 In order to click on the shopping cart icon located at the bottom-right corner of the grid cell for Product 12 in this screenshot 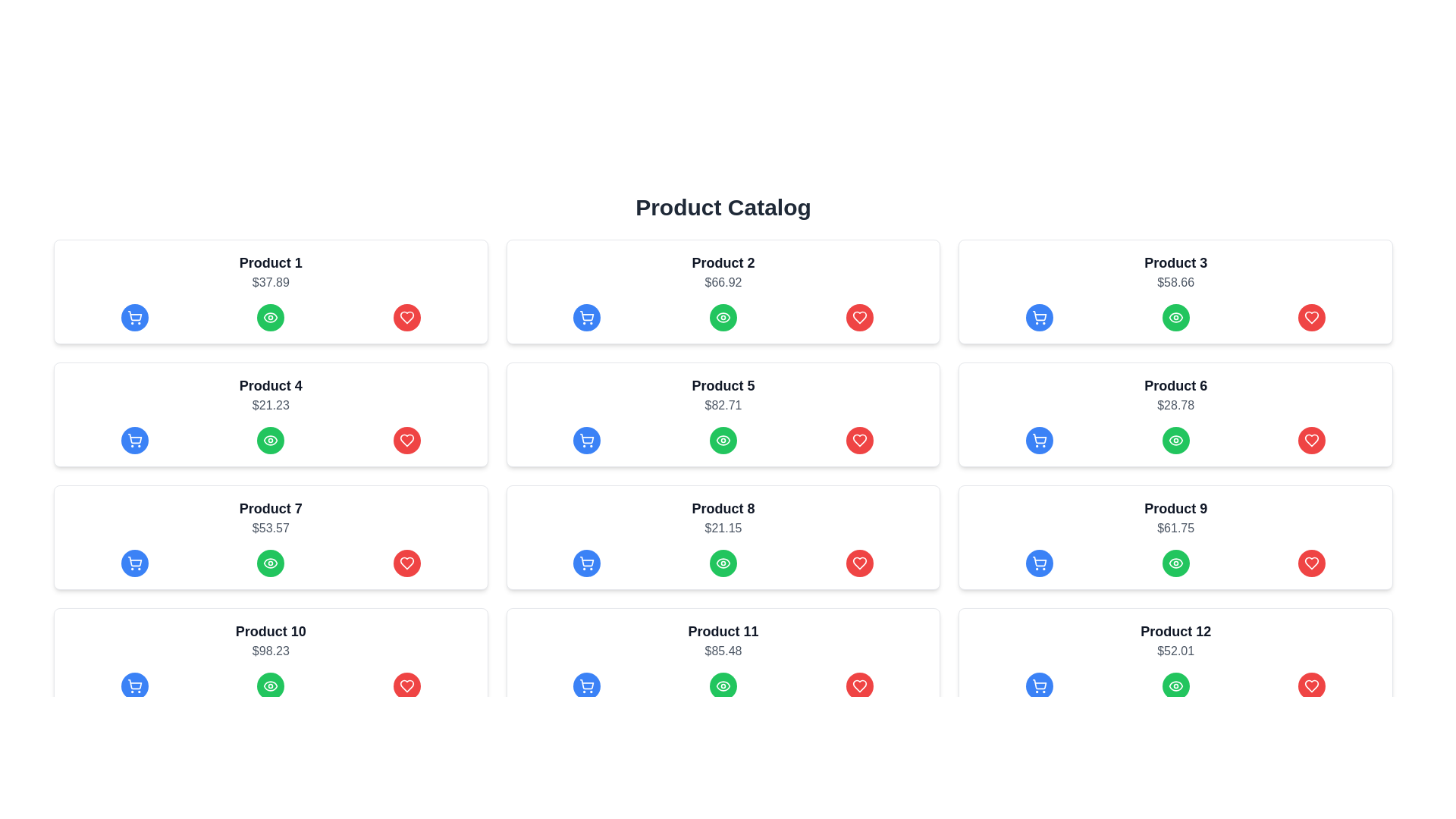, I will do `click(1039, 684)`.